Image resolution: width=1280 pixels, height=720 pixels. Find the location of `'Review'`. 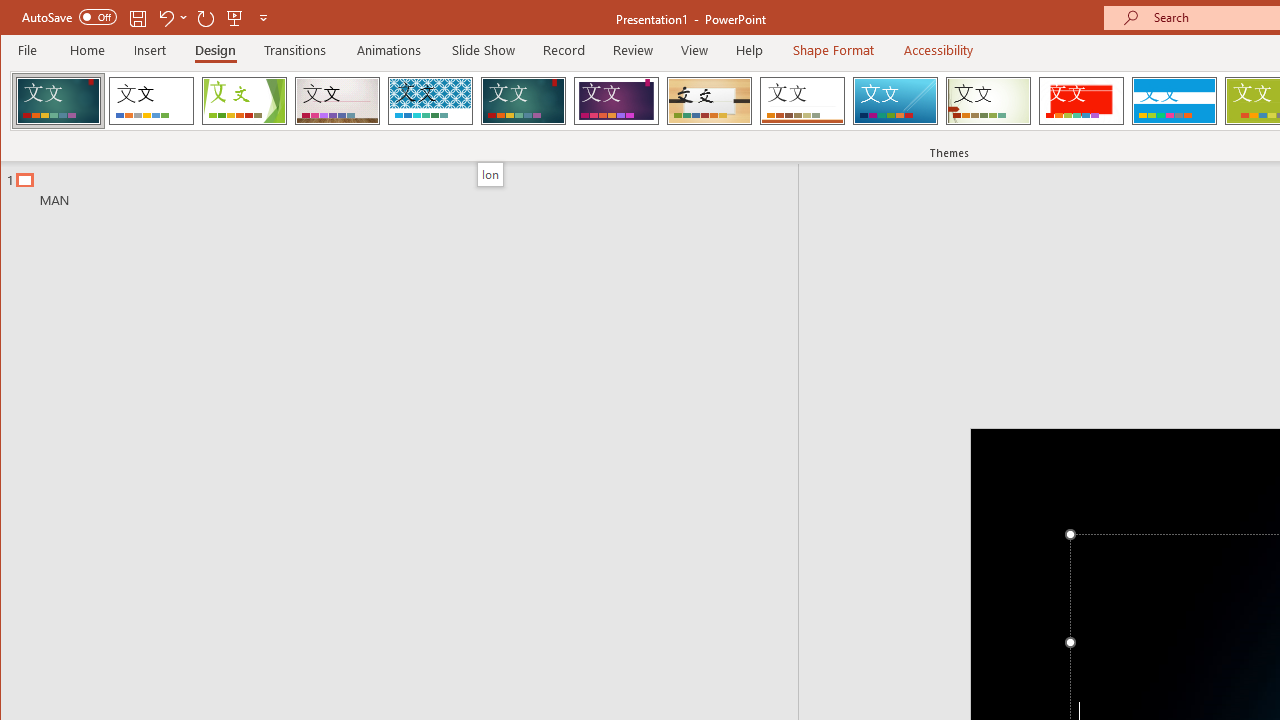

'Review' is located at coordinates (631, 49).